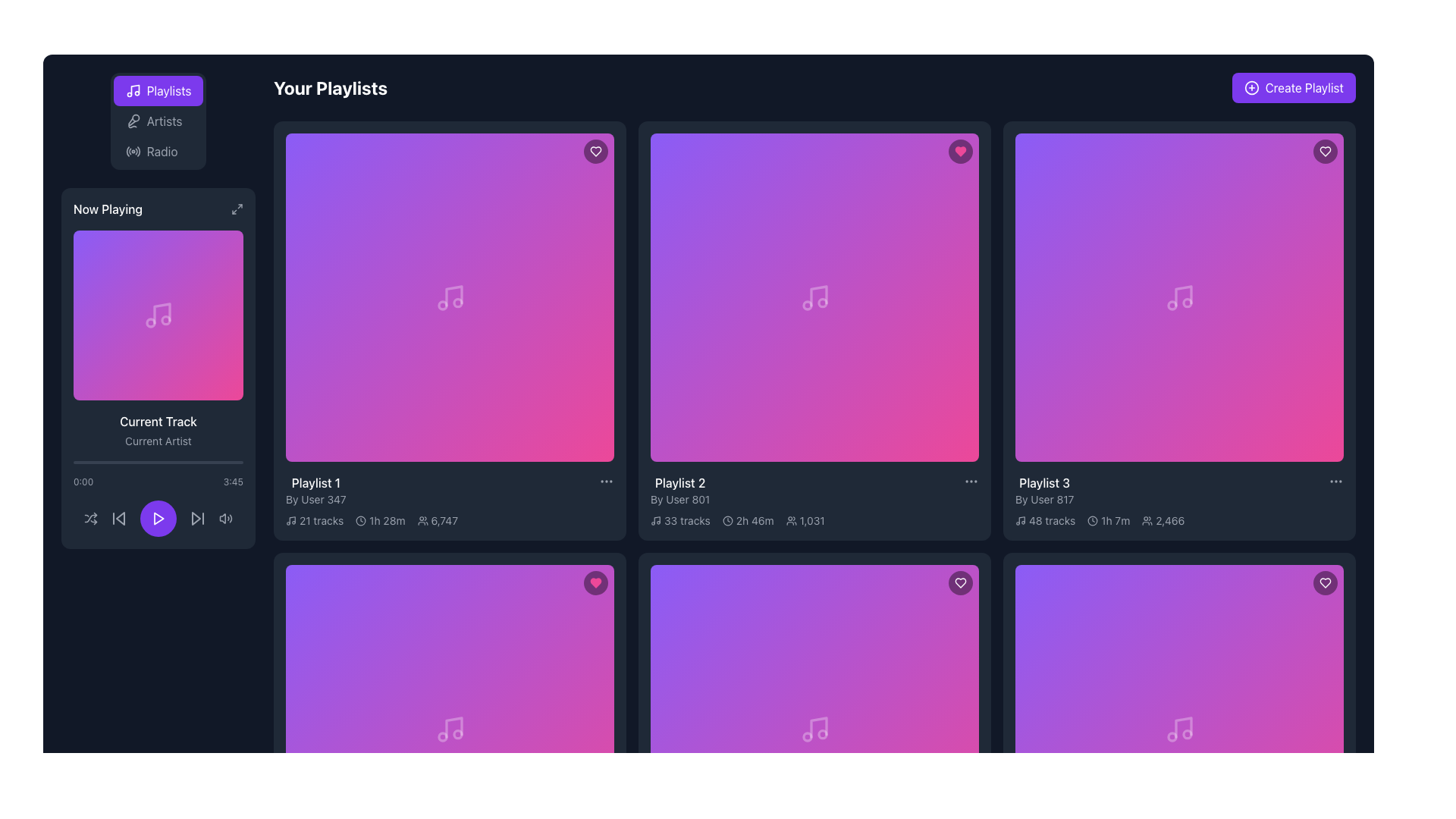 This screenshot has height=819, width=1456. Describe the element at coordinates (164, 120) in the screenshot. I see `the 'Artists' text label in the sidebar menu, which is positioned below 'Playlists' and above 'Radio'` at that location.